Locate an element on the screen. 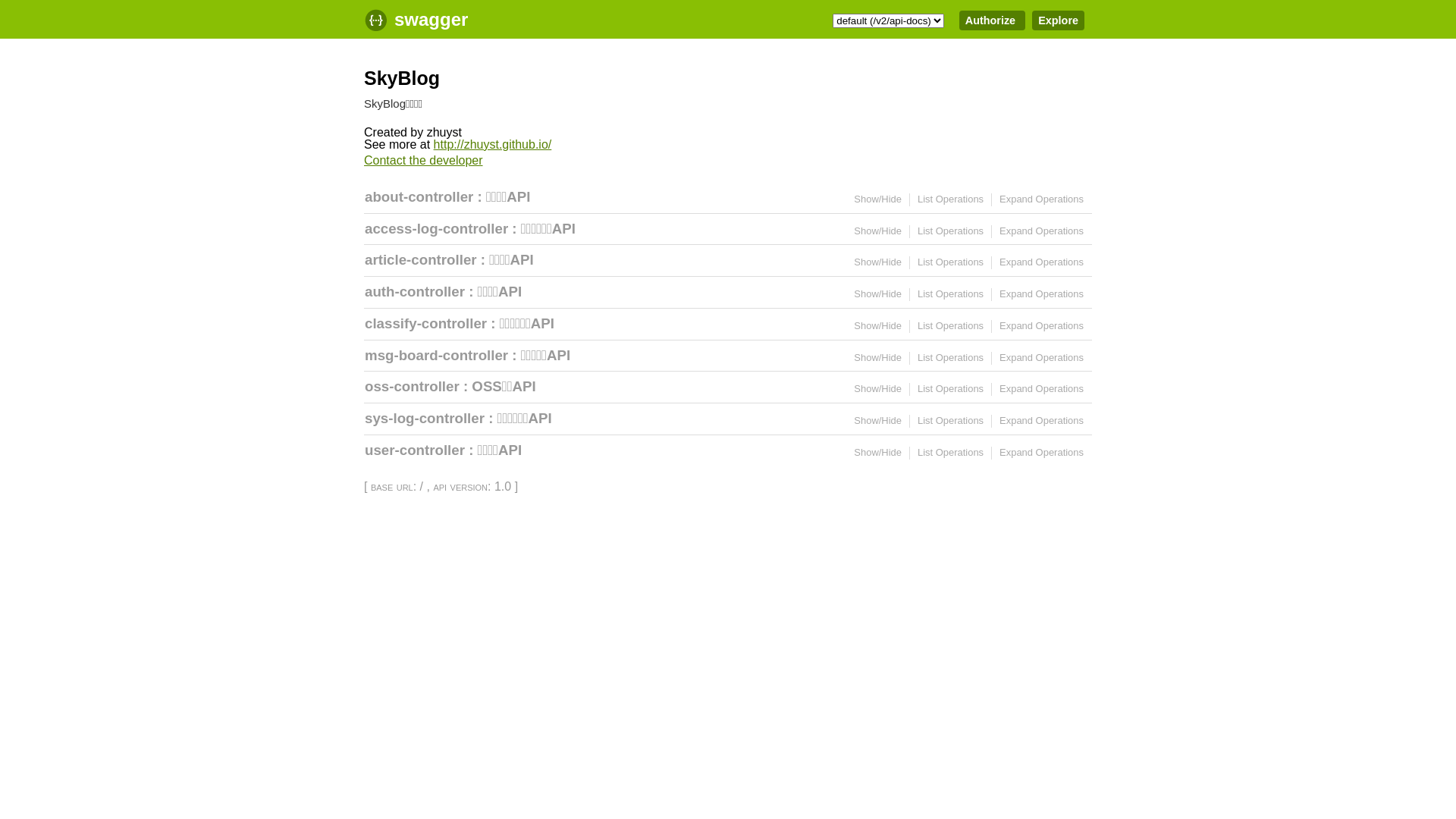  'List Operations' is located at coordinates (916, 198).